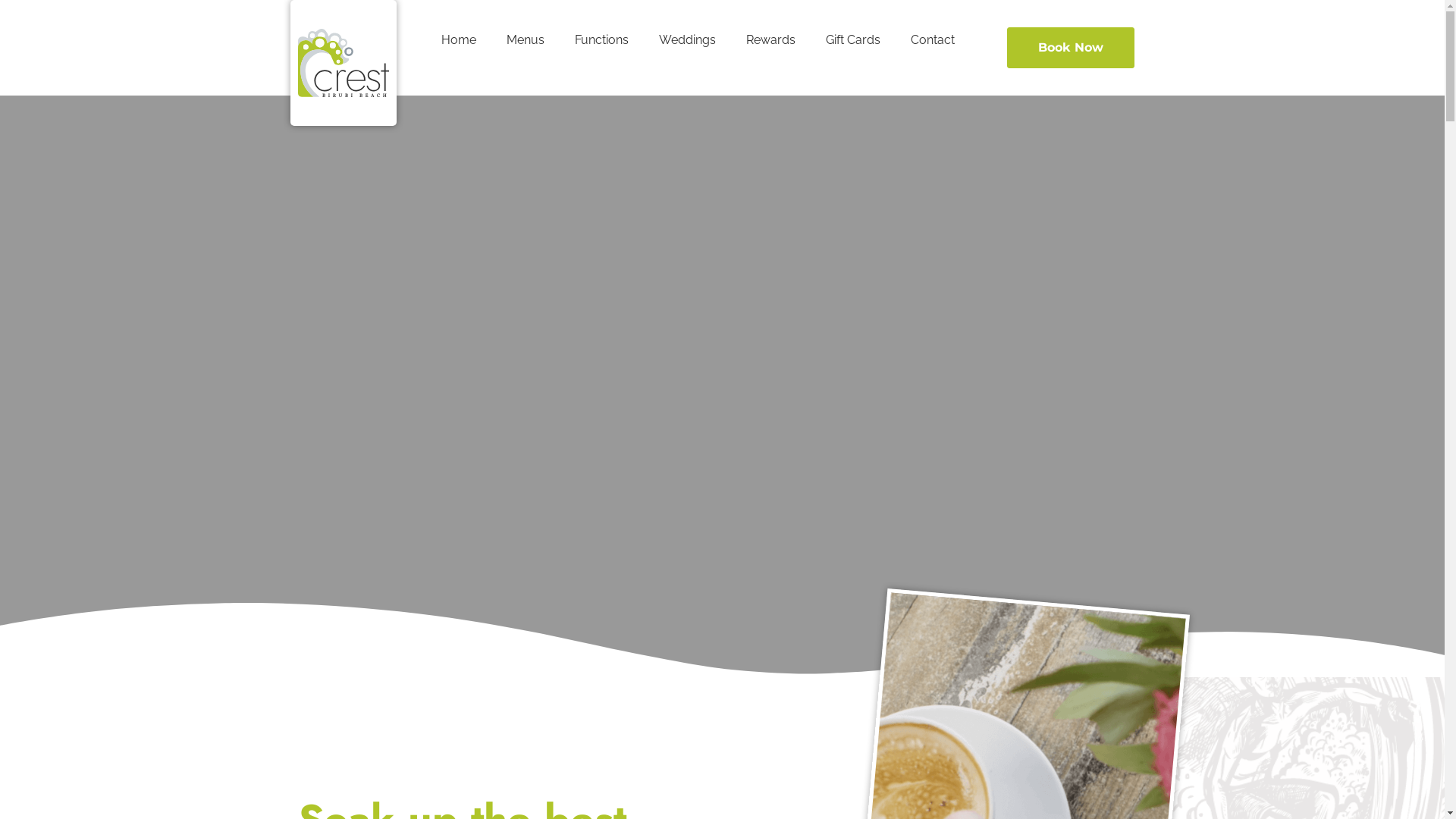 This screenshot has height=819, width=1456. Describe the element at coordinates (931, 39) in the screenshot. I see `'Contact'` at that location.